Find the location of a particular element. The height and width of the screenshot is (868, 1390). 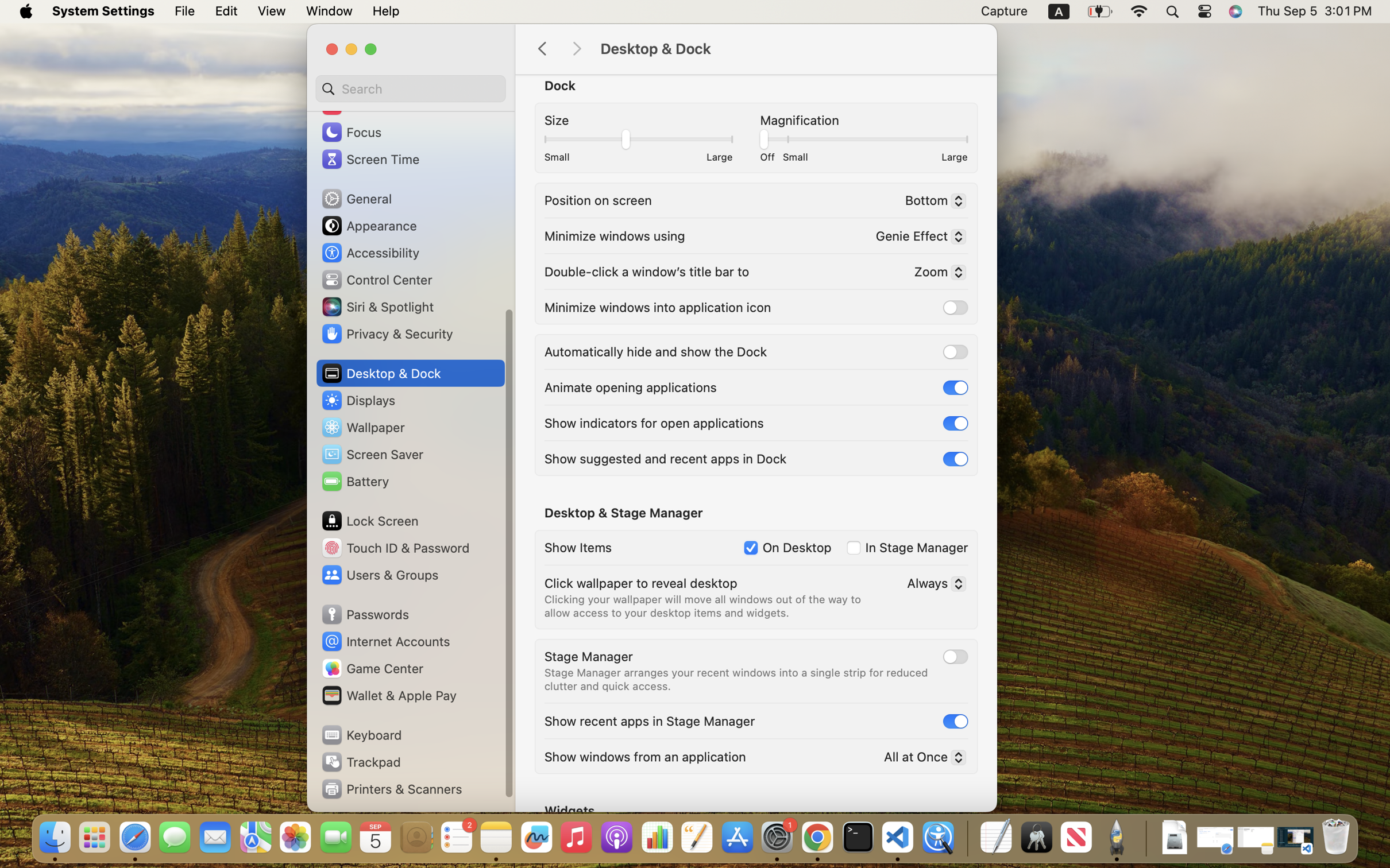

'Siri & Spotlight' is located at coordinates (376, 305).